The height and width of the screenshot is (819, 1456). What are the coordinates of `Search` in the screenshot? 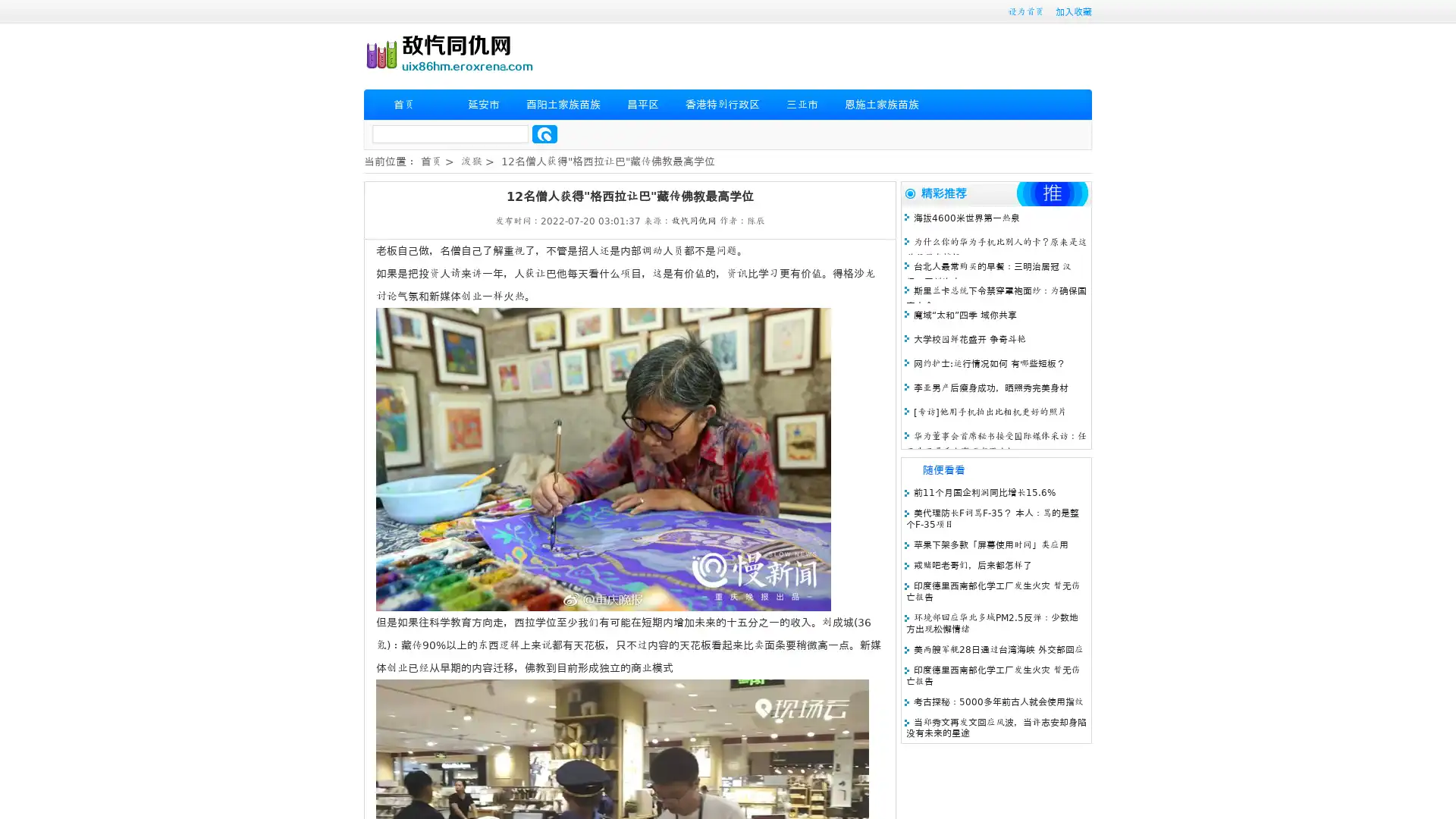 It's located at (544, 133).